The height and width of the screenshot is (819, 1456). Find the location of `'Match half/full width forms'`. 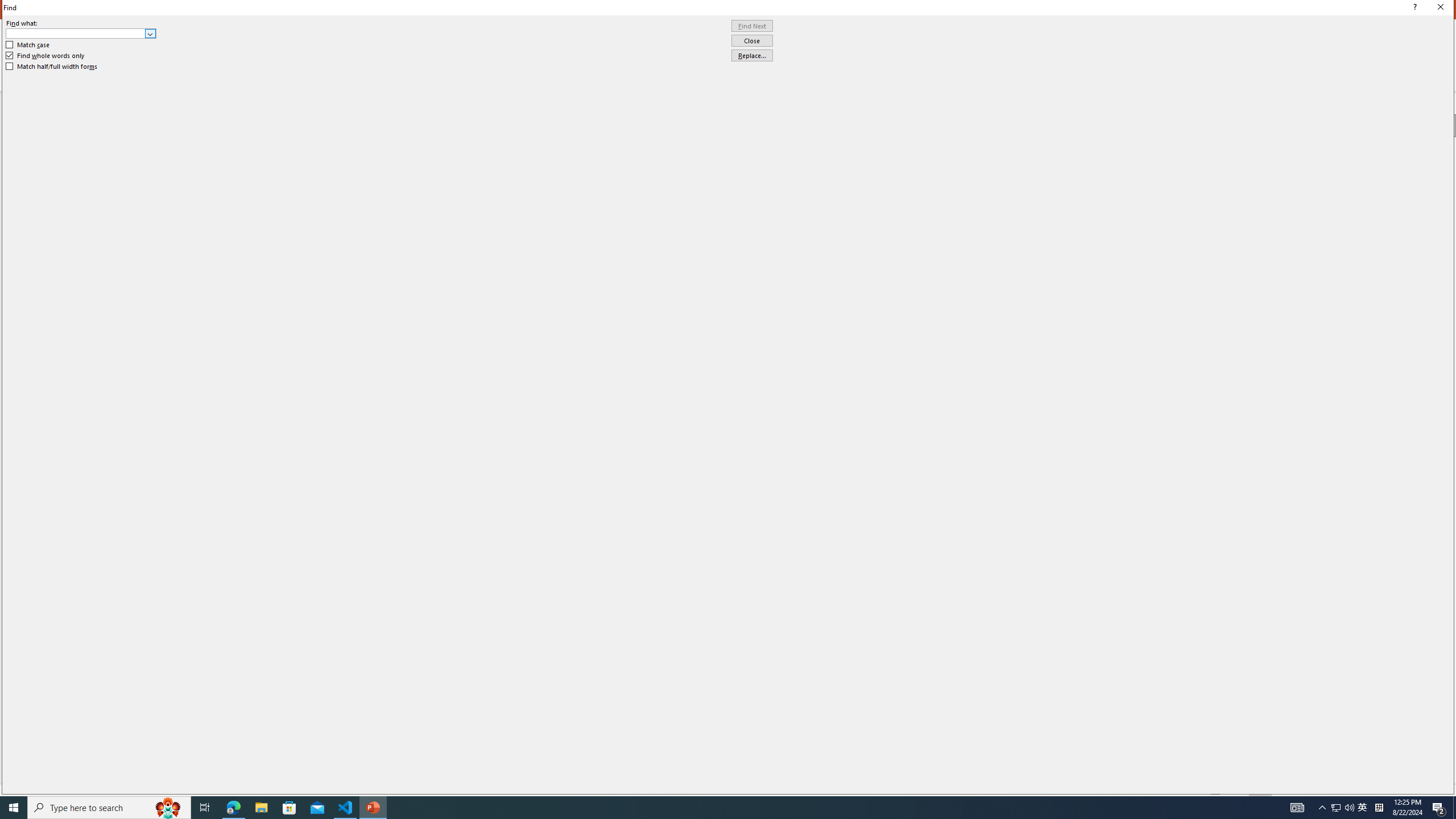

'Match half/full width forms' is located at coordinates (52, 66).